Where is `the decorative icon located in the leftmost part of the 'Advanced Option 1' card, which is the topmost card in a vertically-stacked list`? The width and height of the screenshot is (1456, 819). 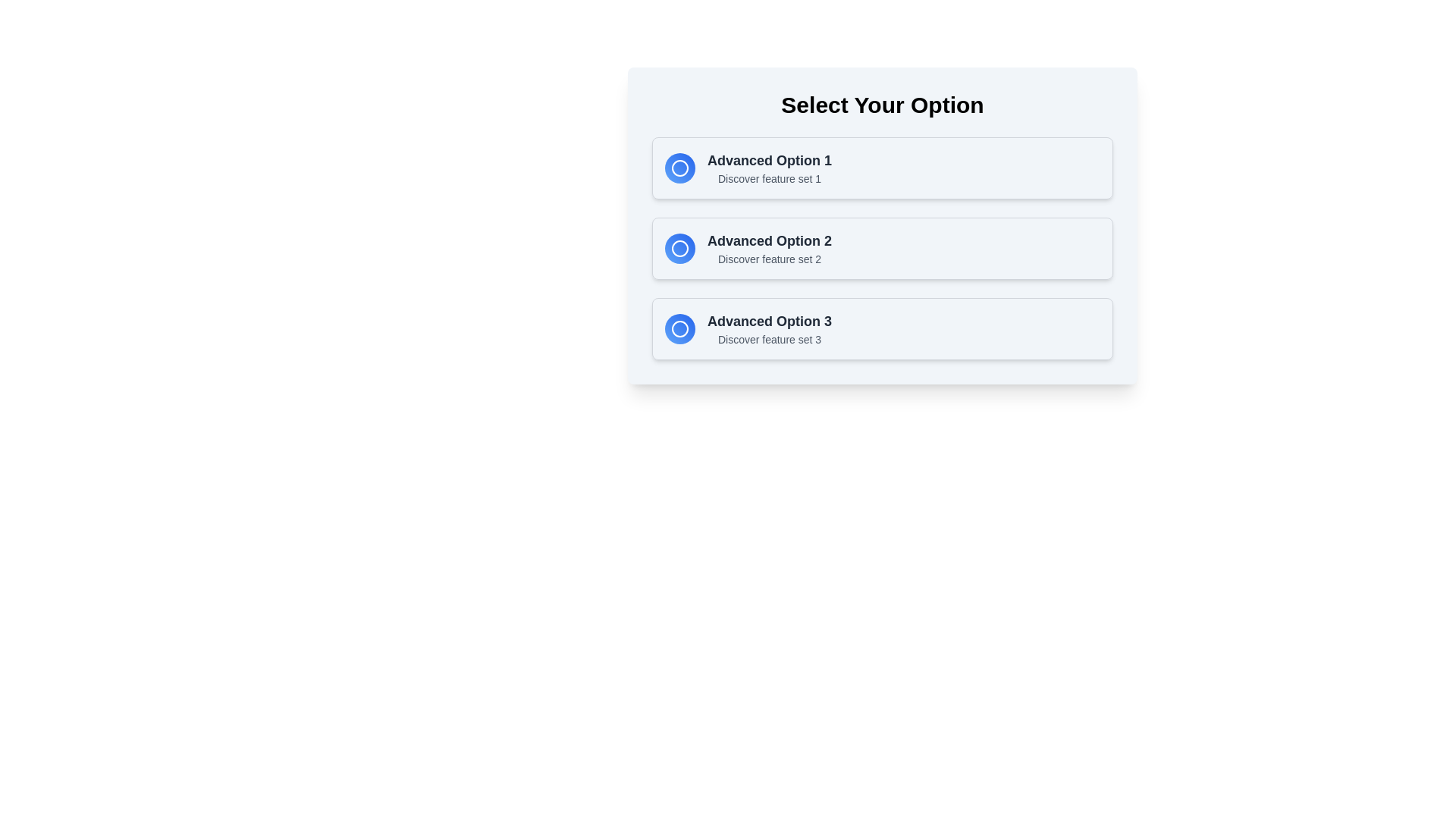 the decorative icon located in the leftmost part of the 'Advanced Option 1' card, which is the topmost card in a vertically-stacked list is located at coordinates (679, 168).